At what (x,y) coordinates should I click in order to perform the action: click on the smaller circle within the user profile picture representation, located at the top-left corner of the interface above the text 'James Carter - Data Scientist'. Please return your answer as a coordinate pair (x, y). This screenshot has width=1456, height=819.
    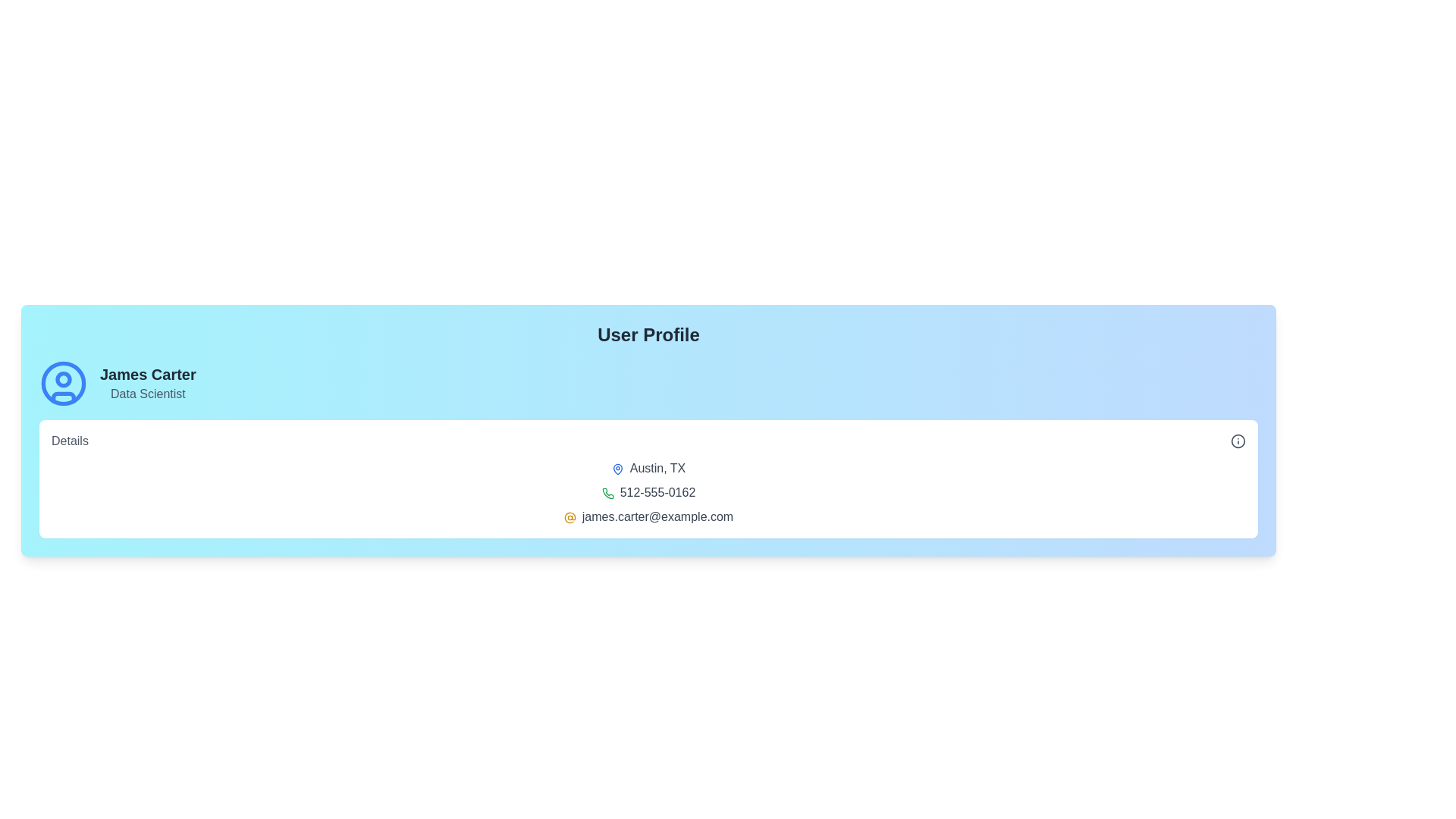
    Looking at the image, I should click on (62, 378).